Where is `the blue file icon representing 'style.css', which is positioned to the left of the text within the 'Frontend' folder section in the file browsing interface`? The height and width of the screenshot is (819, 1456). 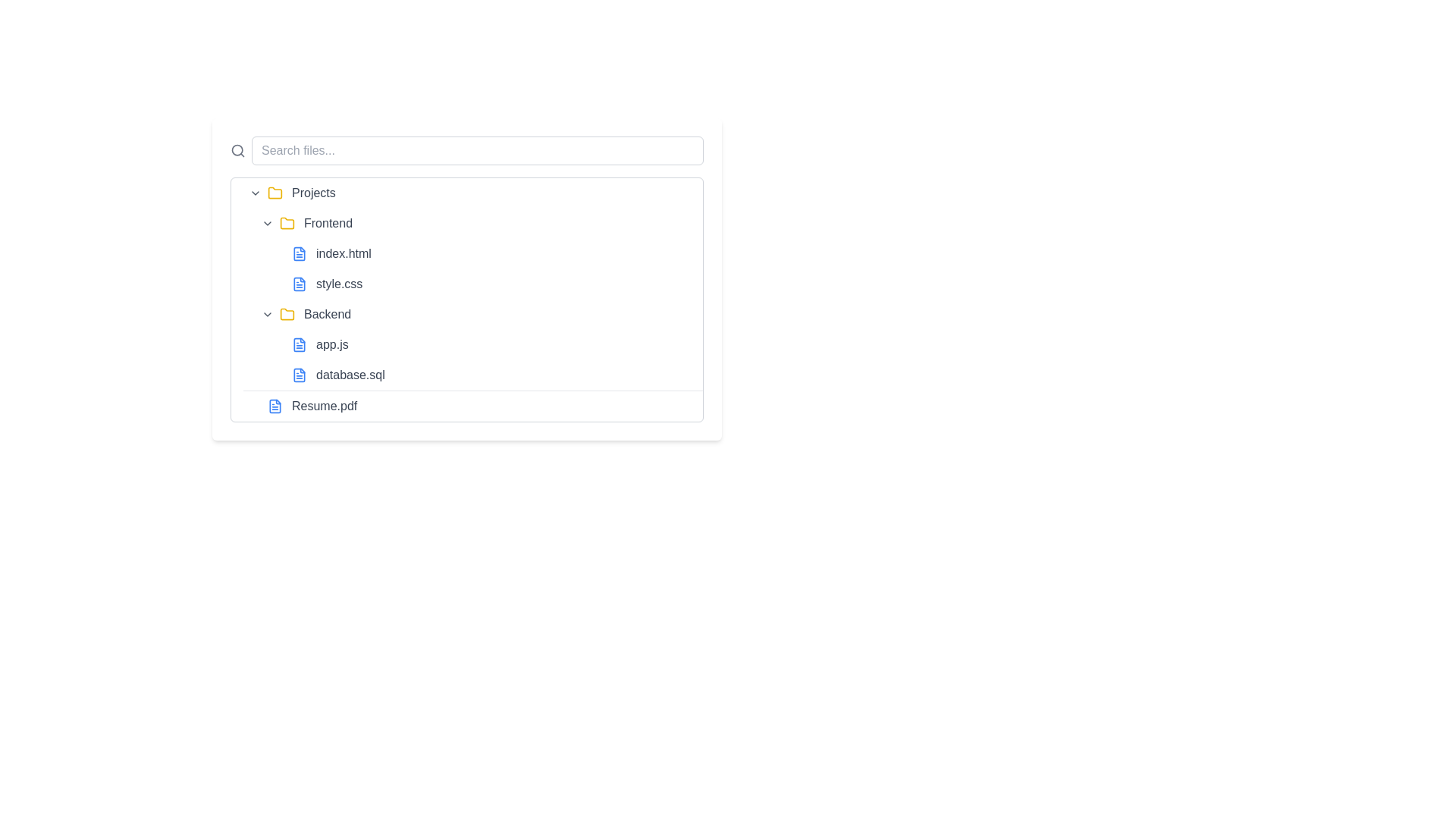 the blue file icon representing 'style.css', which is positioned to the left of the text within the 'Frontend' folder section in the file browsing interface is located at coordinates (299, 284).